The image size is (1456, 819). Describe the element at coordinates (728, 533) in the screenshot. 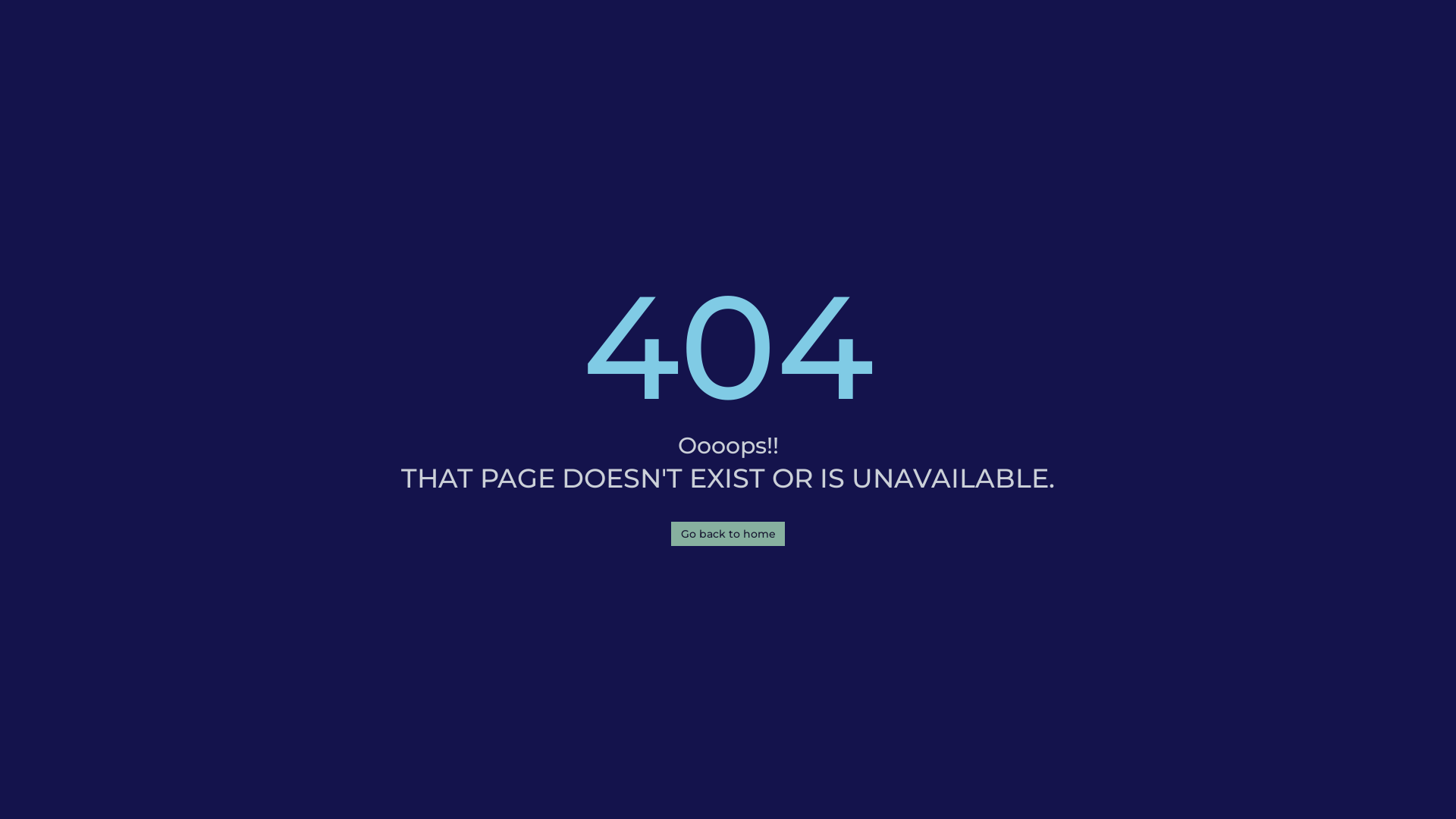

I see `'Go back to home'` at that location.